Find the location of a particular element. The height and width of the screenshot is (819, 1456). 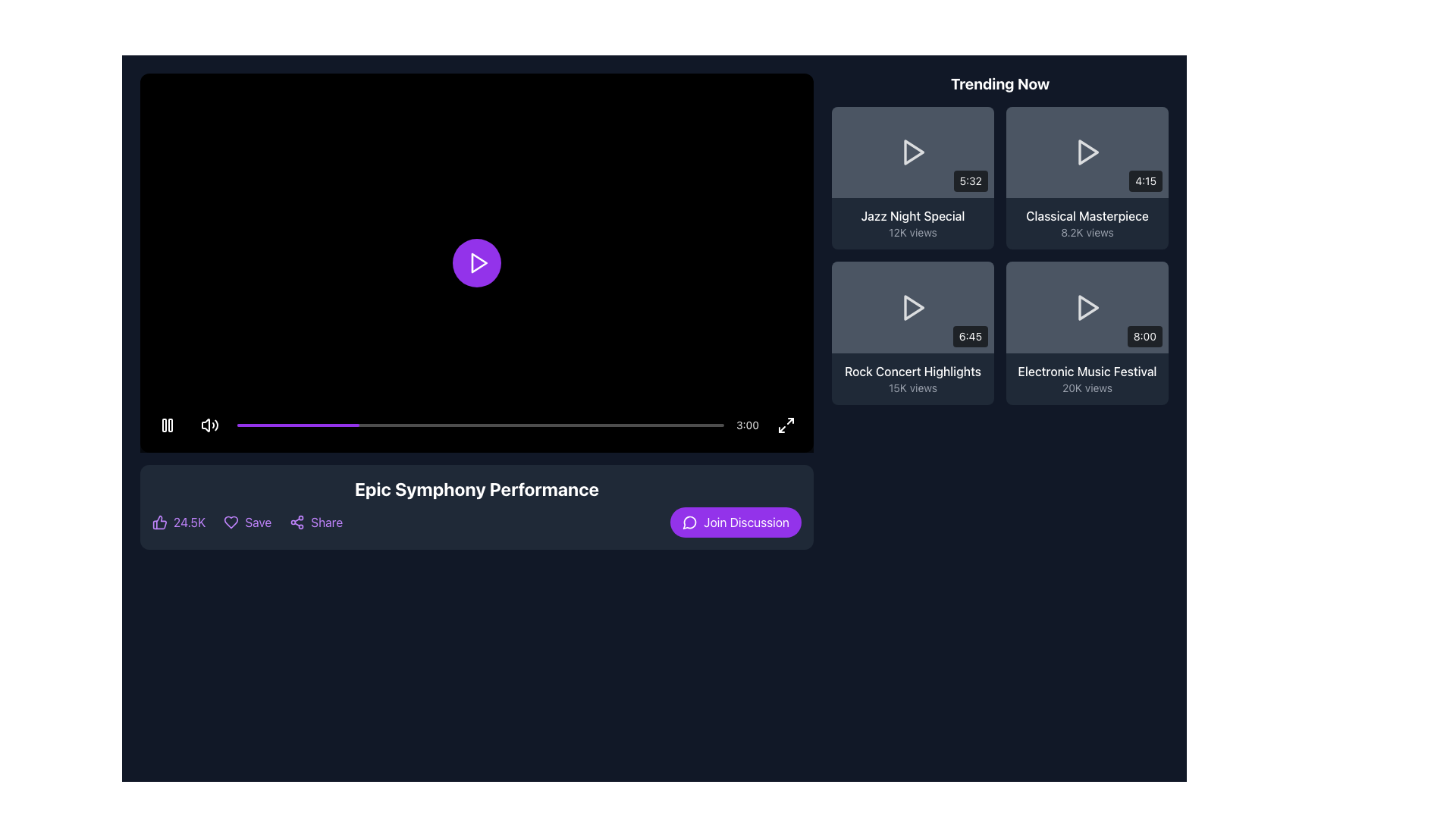

the triangular play icon button located in the center of the dark gray vertical rectangle representing the video thumbnail labeled 'Jazz Night Special' in the 'Trending Now' section is located at coordinates (912, 152).